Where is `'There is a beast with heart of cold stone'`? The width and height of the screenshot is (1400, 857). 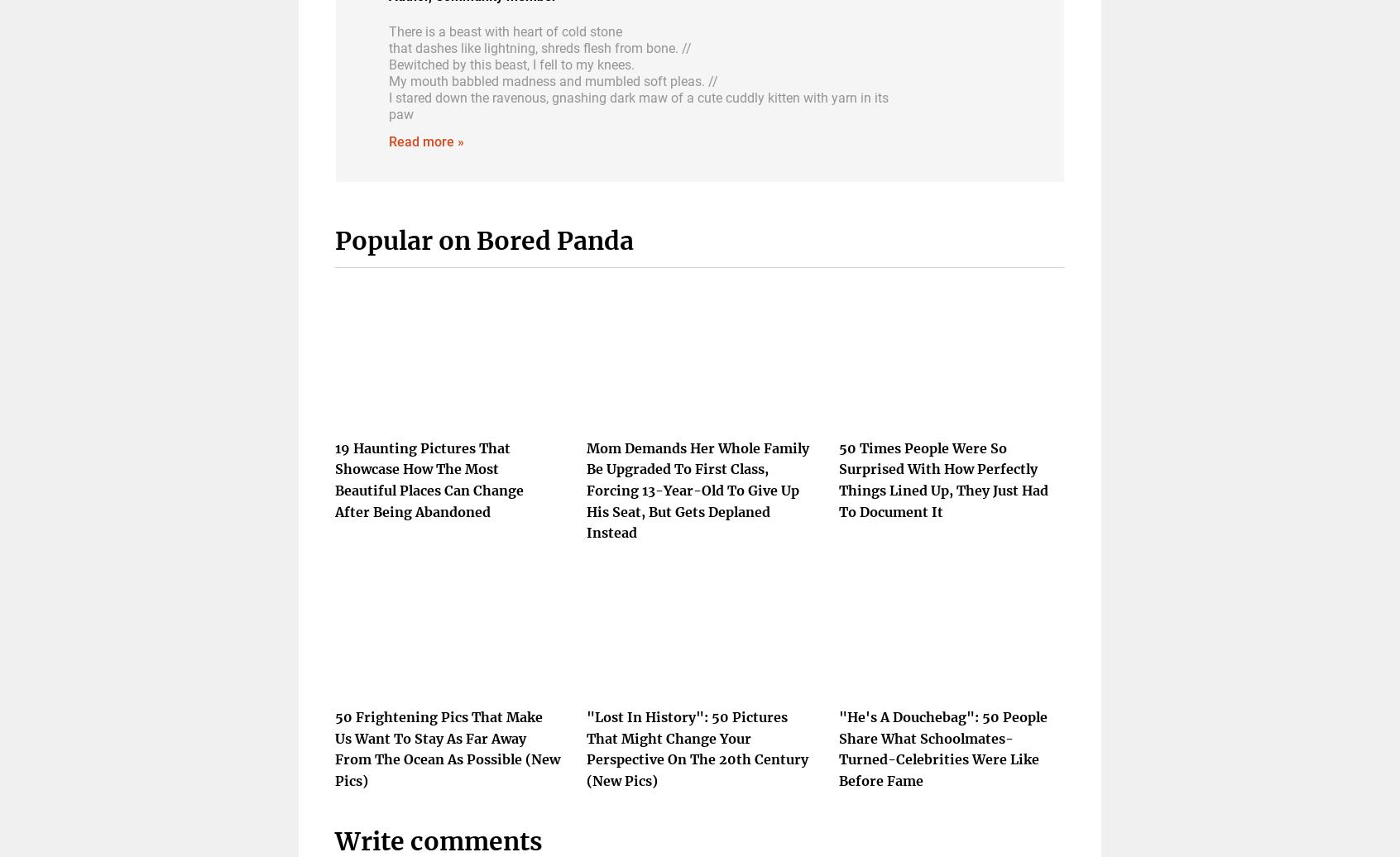 'There is a beast with heart of cold stone' is located at coordinates (504, 30).